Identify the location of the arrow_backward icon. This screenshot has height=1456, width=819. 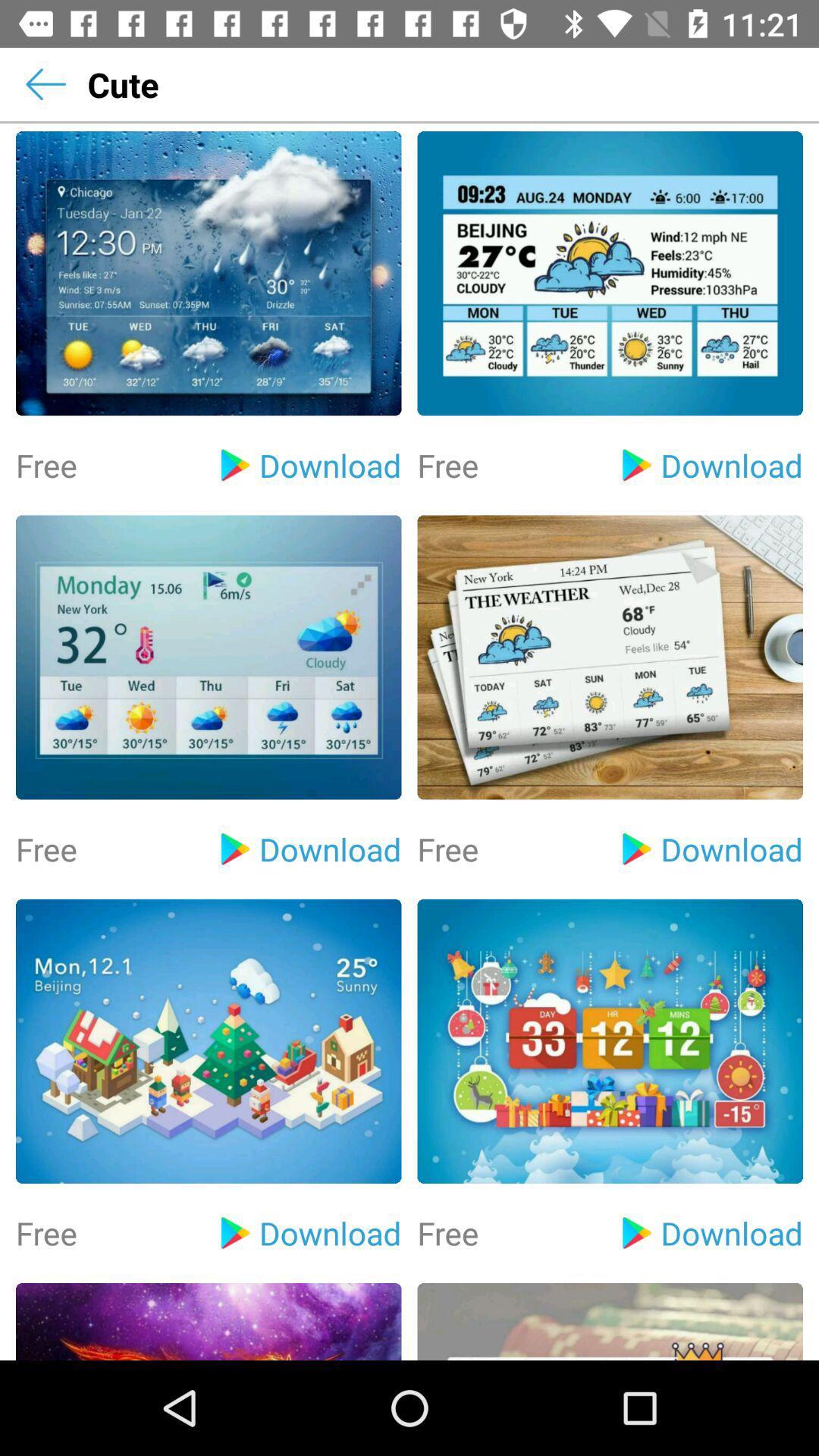
(45, 83).